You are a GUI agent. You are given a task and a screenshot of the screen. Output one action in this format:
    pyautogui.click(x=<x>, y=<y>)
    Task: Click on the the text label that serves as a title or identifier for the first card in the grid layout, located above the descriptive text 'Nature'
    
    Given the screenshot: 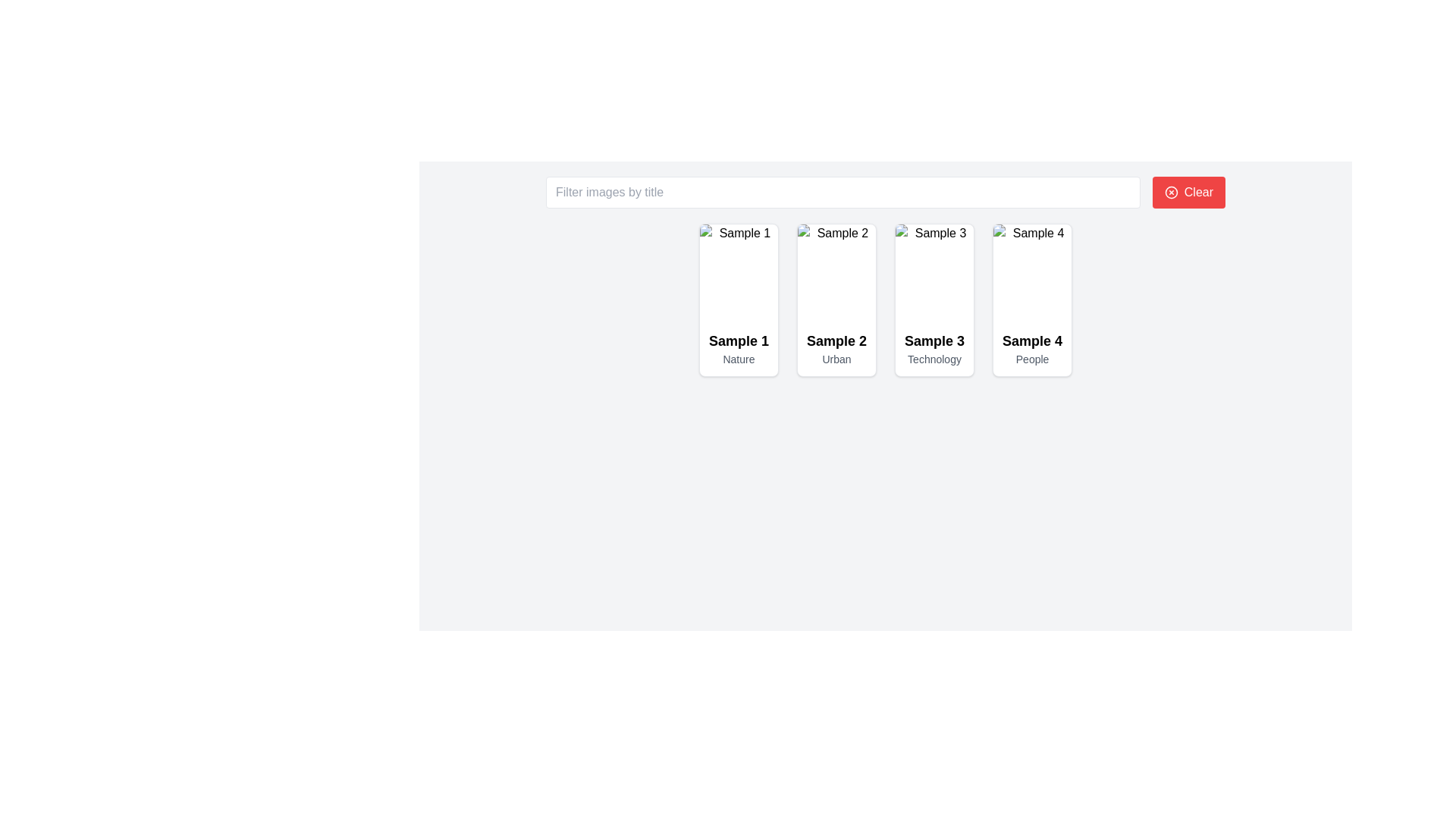 What is the action you would take?
    pyautogui.click(x=739, y=341)
    